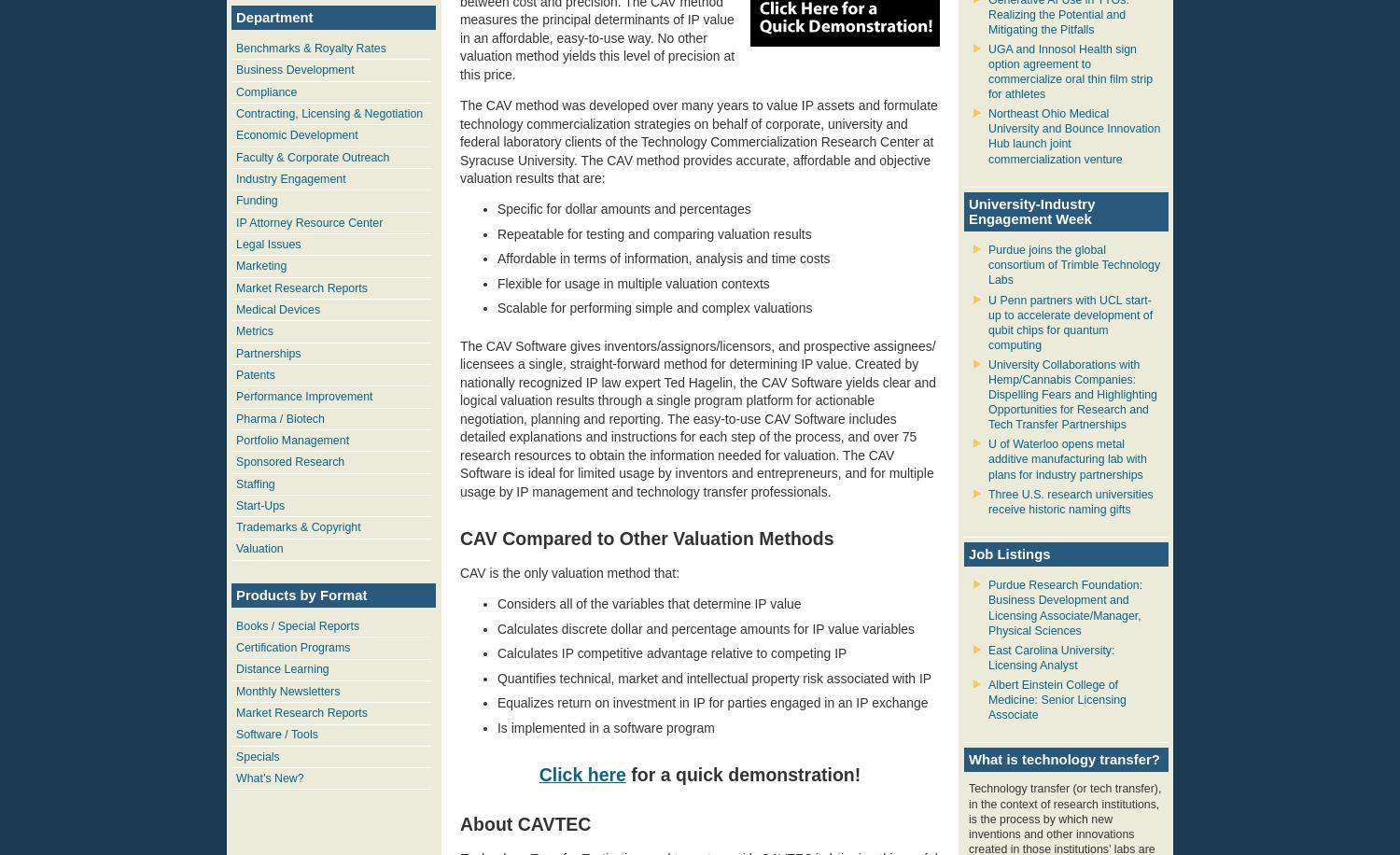 The image size is (1400, 855). What do you see at coordinates (497, 702) in the screenshot?
I see `'Equalizes return on investment in IP for parties engaged in an IP exchange'` at bounding box center [497, 702].